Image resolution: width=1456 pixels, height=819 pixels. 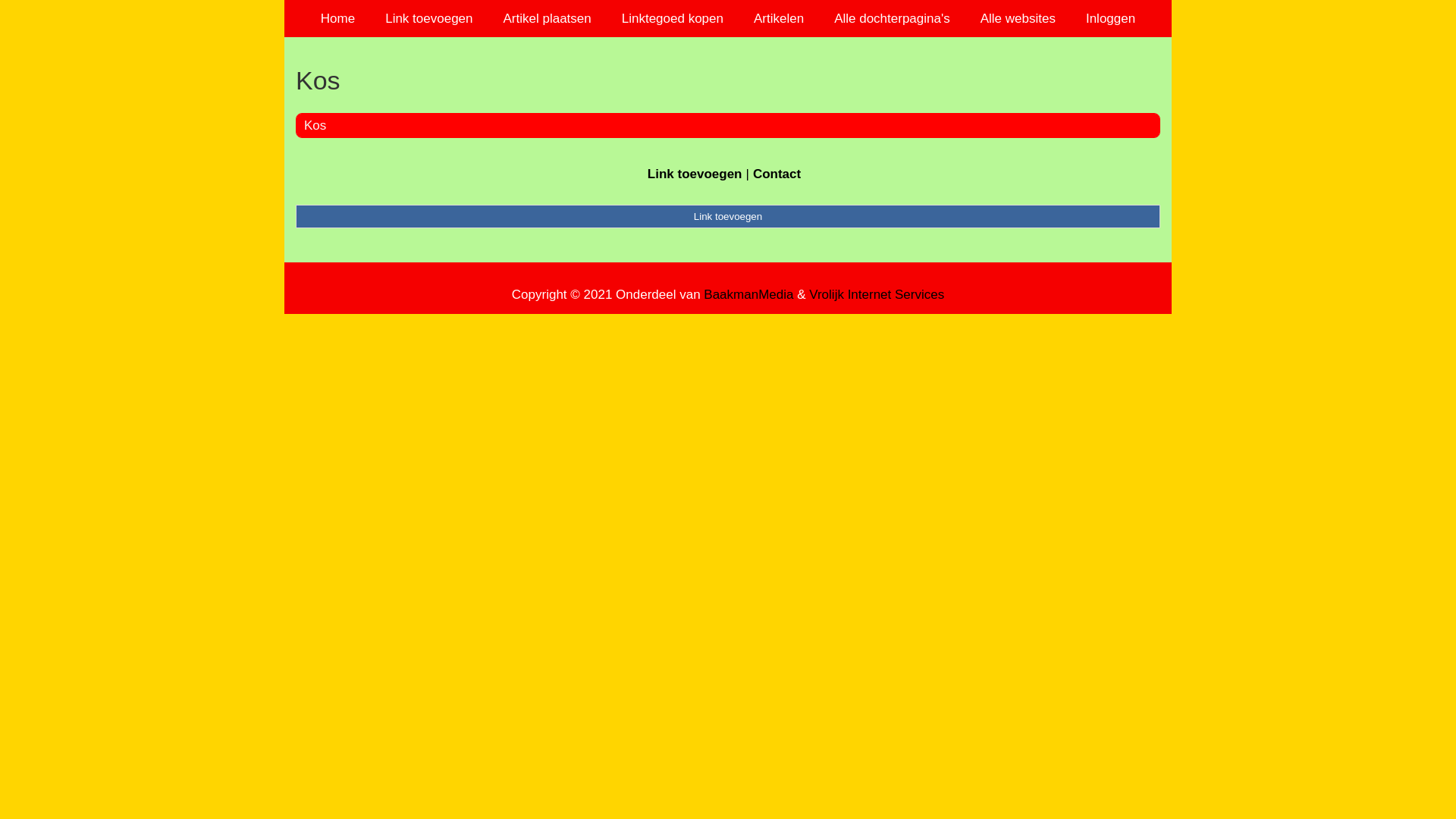 I want to click on 'BaakmanMedia', so click(x=748, y=294).